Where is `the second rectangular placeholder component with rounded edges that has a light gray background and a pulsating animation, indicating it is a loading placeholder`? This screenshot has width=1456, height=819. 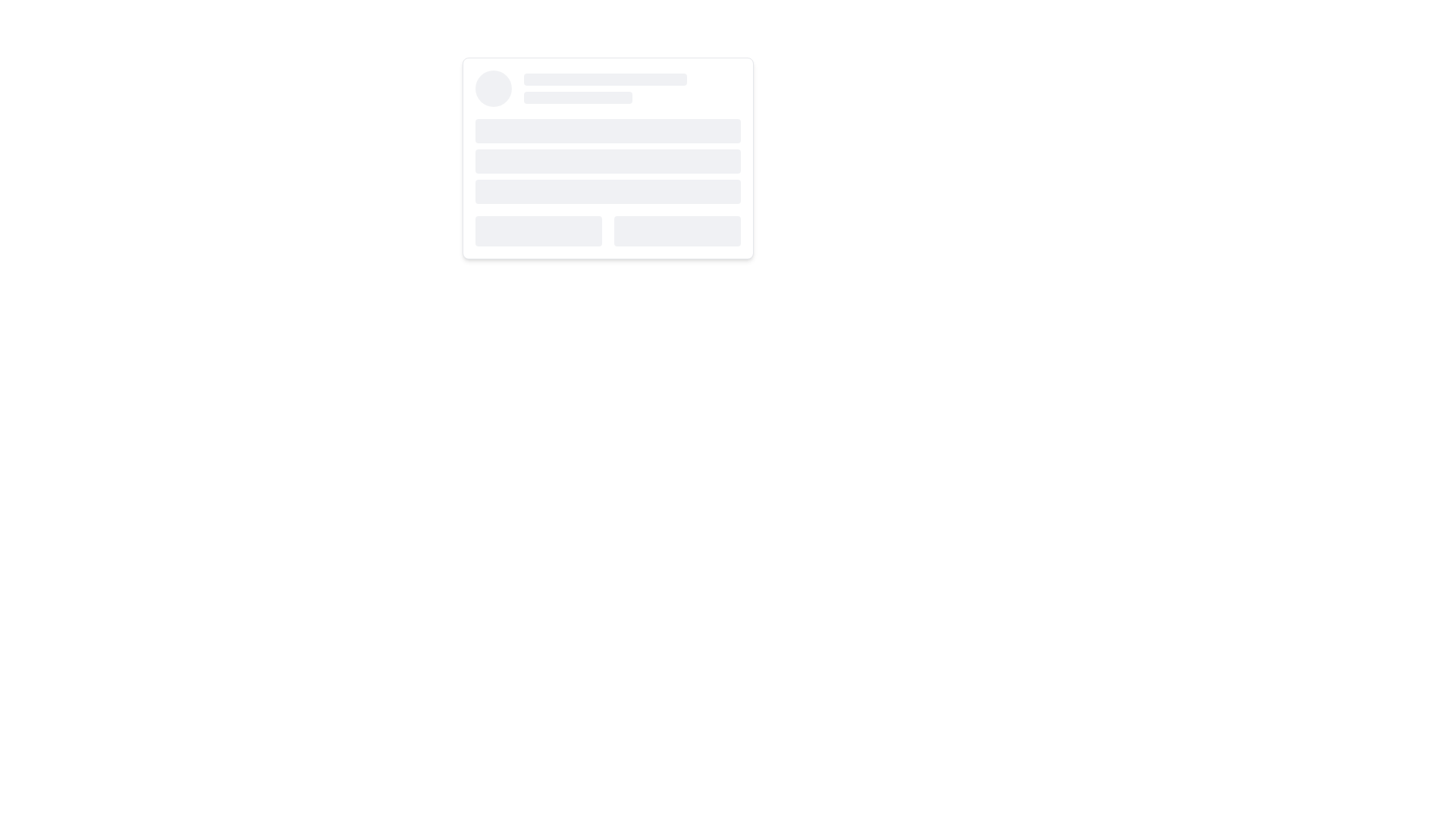 the second rectangular placeholder component with rounded edges that has a light gray background and a pulsating animation, indicating it is a loading placeholder is located at coordinates (676, 231).